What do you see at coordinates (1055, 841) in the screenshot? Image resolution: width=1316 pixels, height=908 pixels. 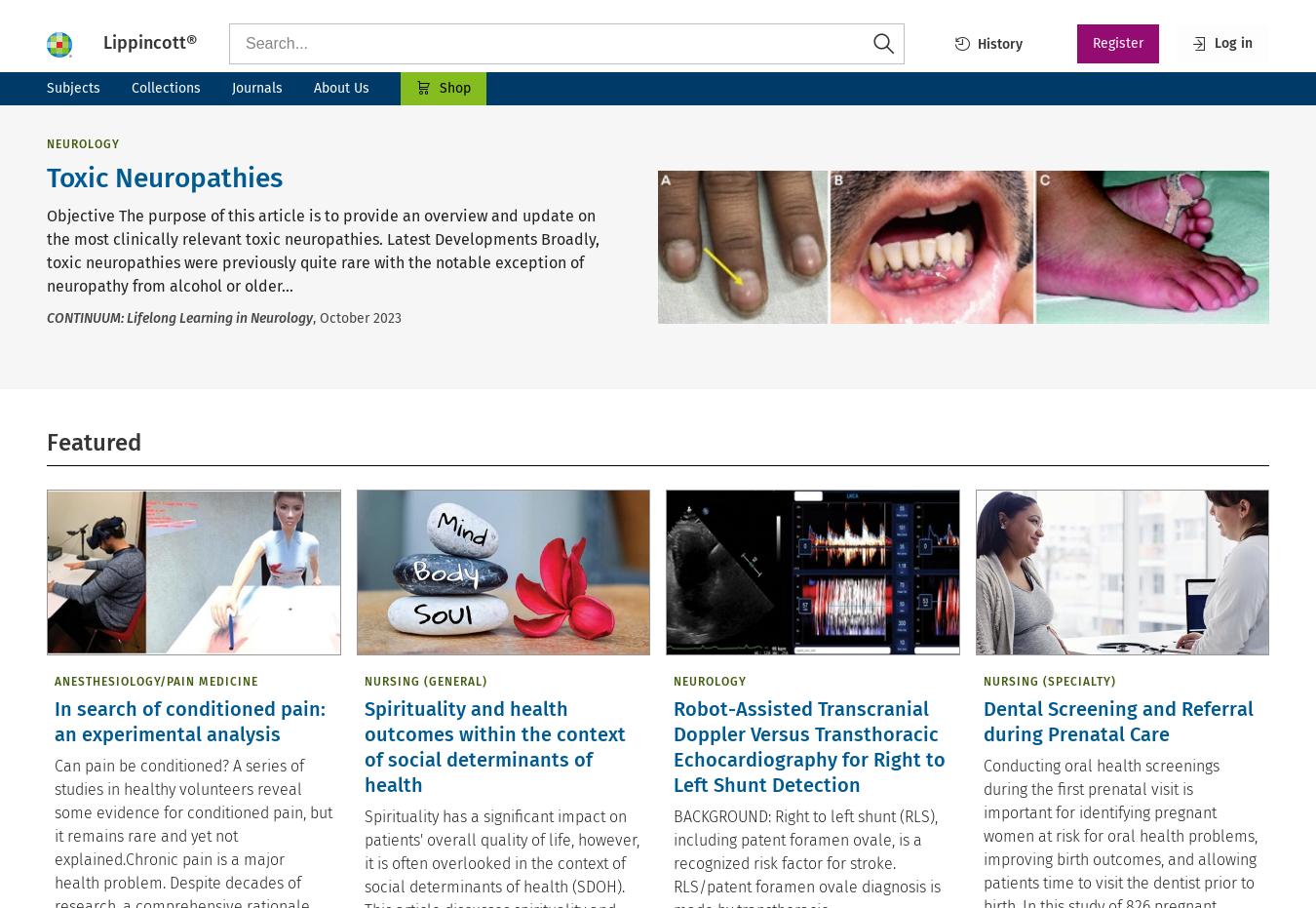 I see `'September 29, 2023'` at bounding box center [1055, 841].